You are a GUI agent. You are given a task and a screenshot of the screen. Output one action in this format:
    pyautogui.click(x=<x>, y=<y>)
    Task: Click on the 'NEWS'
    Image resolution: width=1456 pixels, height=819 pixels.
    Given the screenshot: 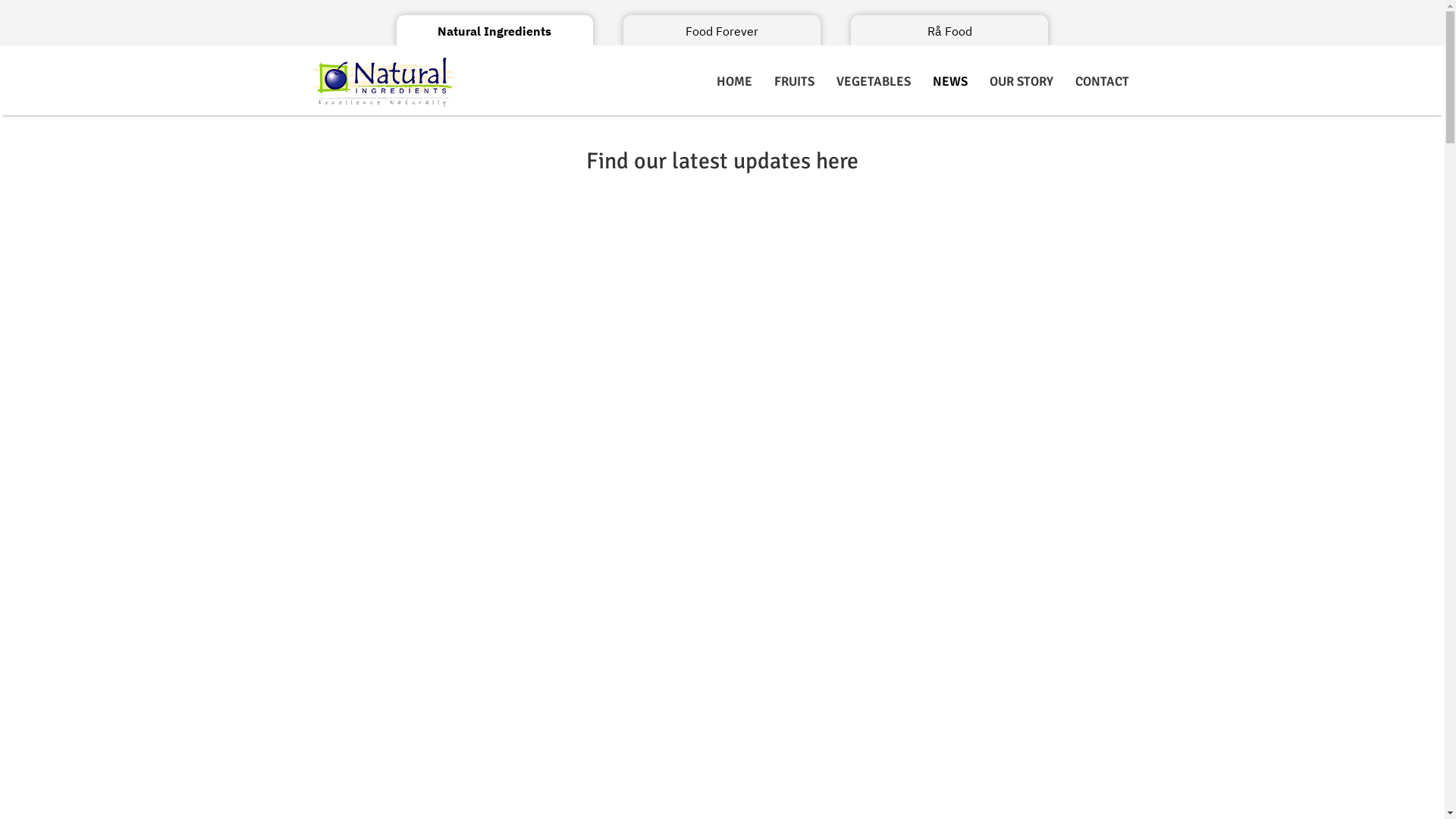 What is the action you would take?
    pyautogui.click(x=949, y=82)
    